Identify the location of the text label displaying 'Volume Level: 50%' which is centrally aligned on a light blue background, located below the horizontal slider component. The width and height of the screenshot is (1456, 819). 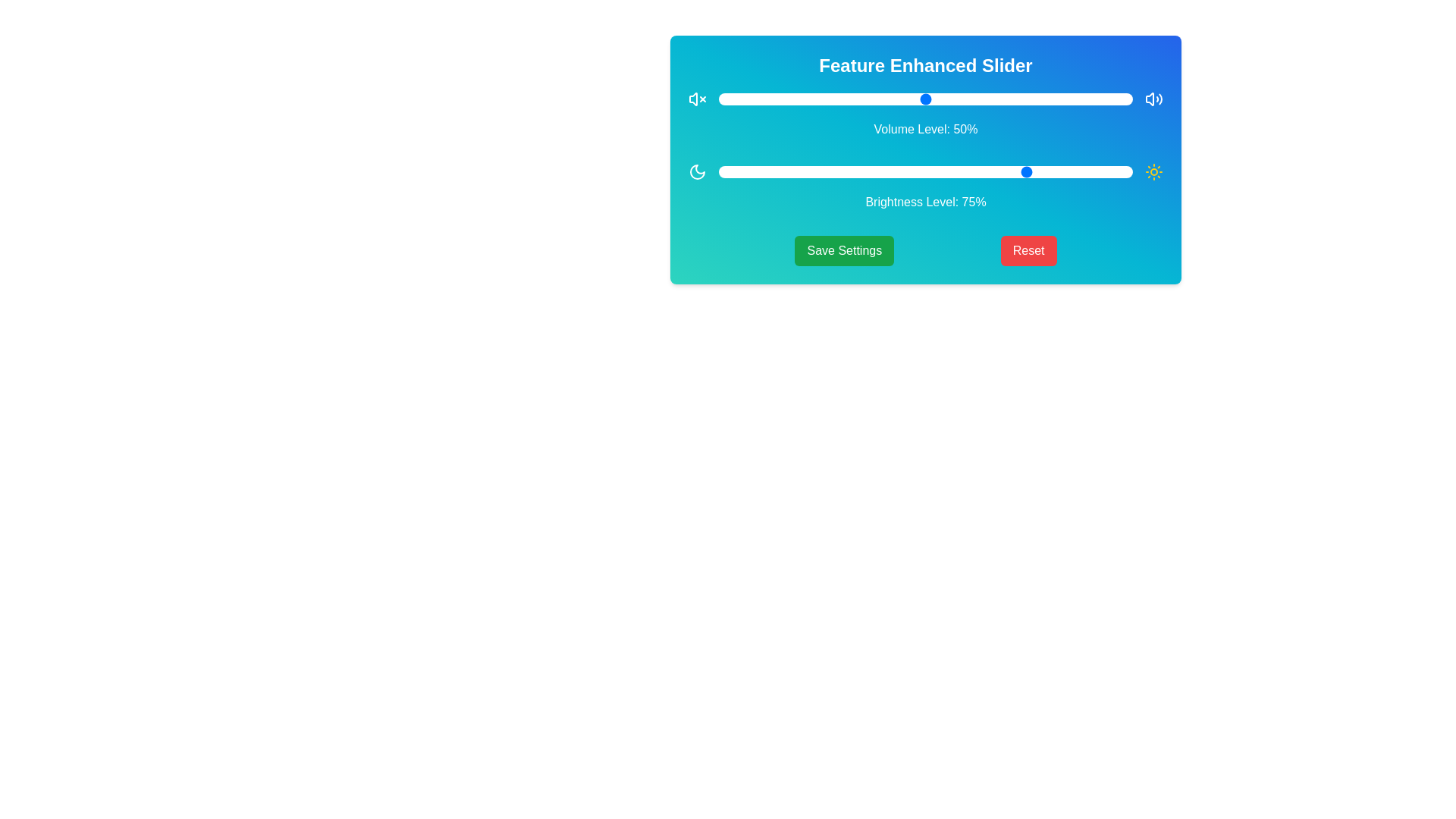
(924, 128).